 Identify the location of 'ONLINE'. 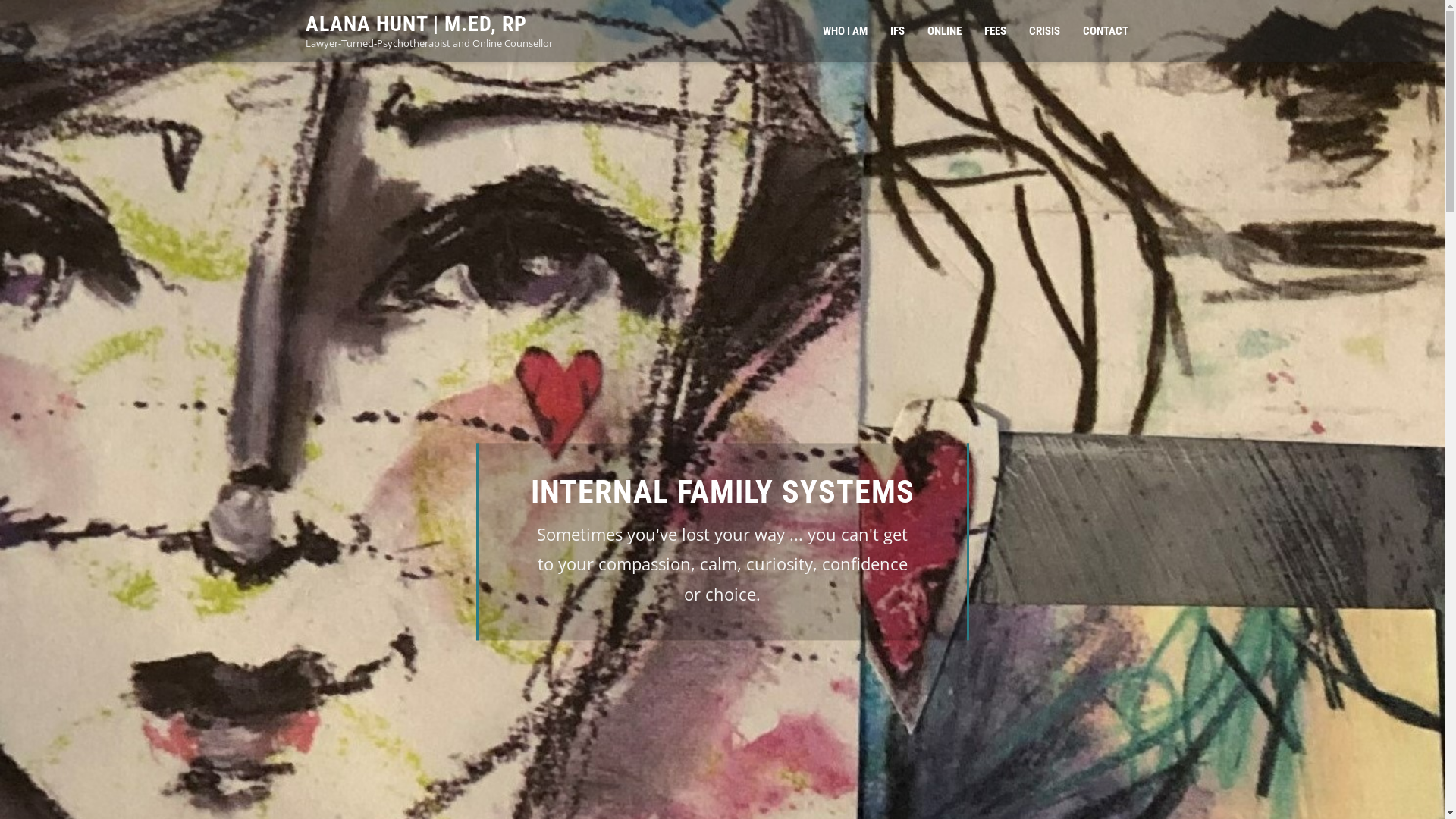
(915, 31).